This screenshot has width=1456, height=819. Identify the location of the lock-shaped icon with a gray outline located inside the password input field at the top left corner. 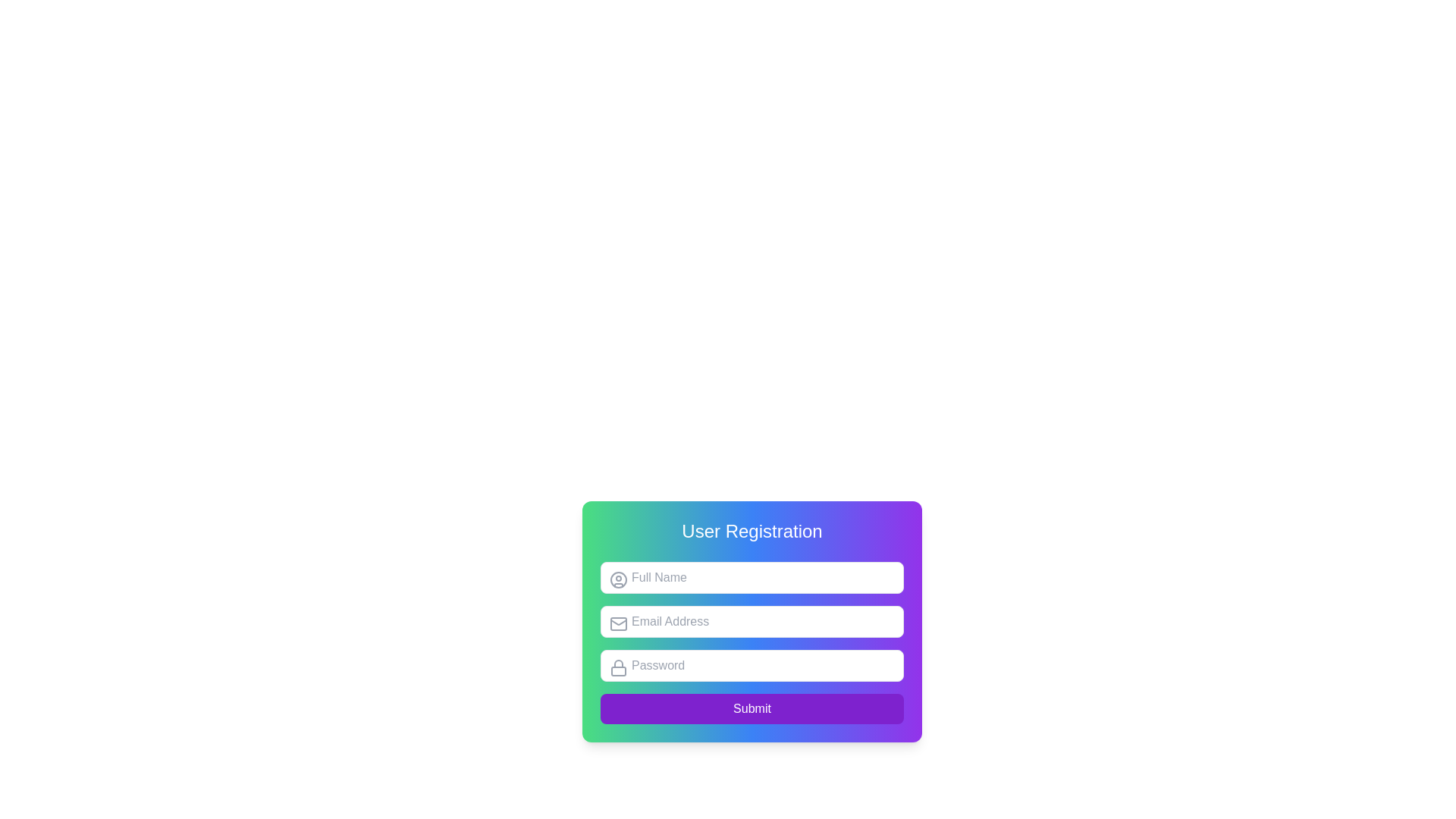
(619, 667).